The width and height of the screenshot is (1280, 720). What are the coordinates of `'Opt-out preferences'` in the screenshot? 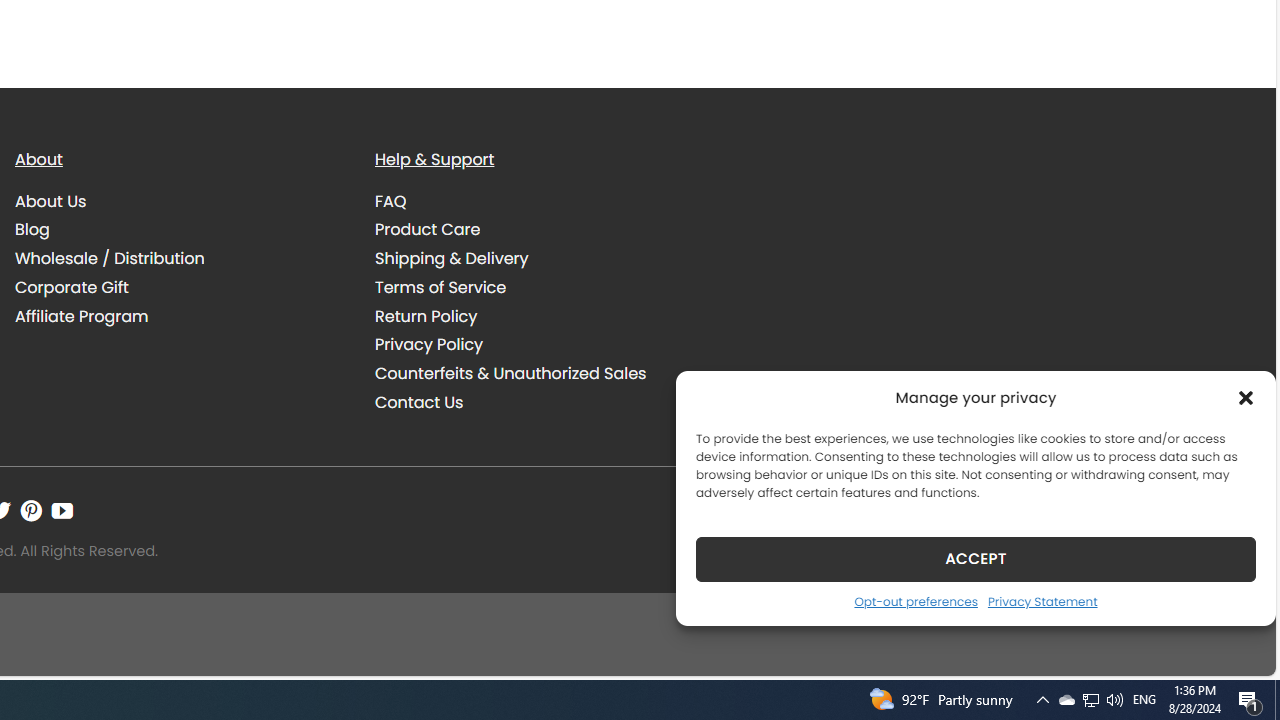 It's located at (914, 600).